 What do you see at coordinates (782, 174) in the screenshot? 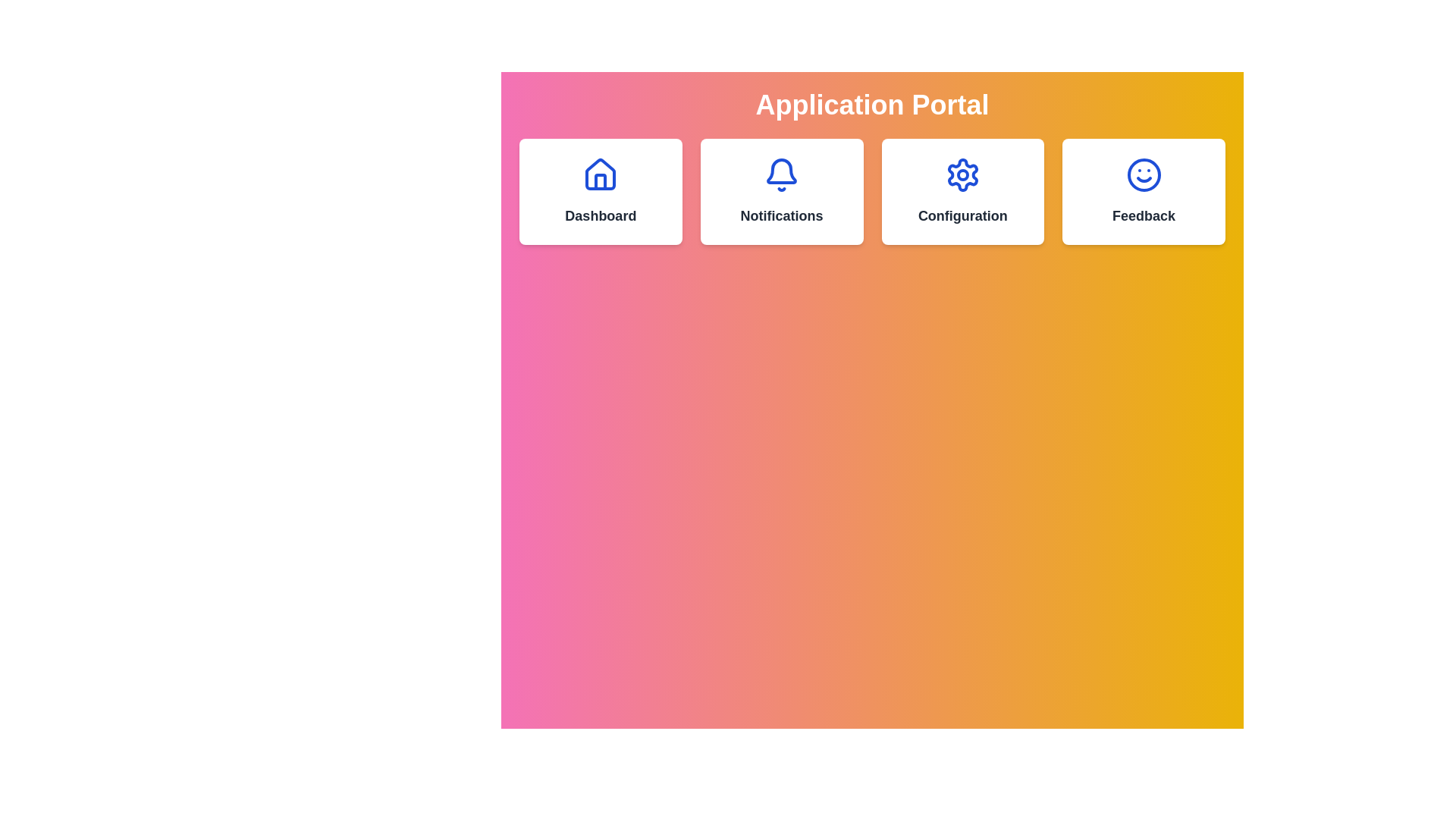
I see `the notification indicator icon located in the 'Notifications' section, which is positioned above the text 'Notifications.'` at bounding box center [782, 174].